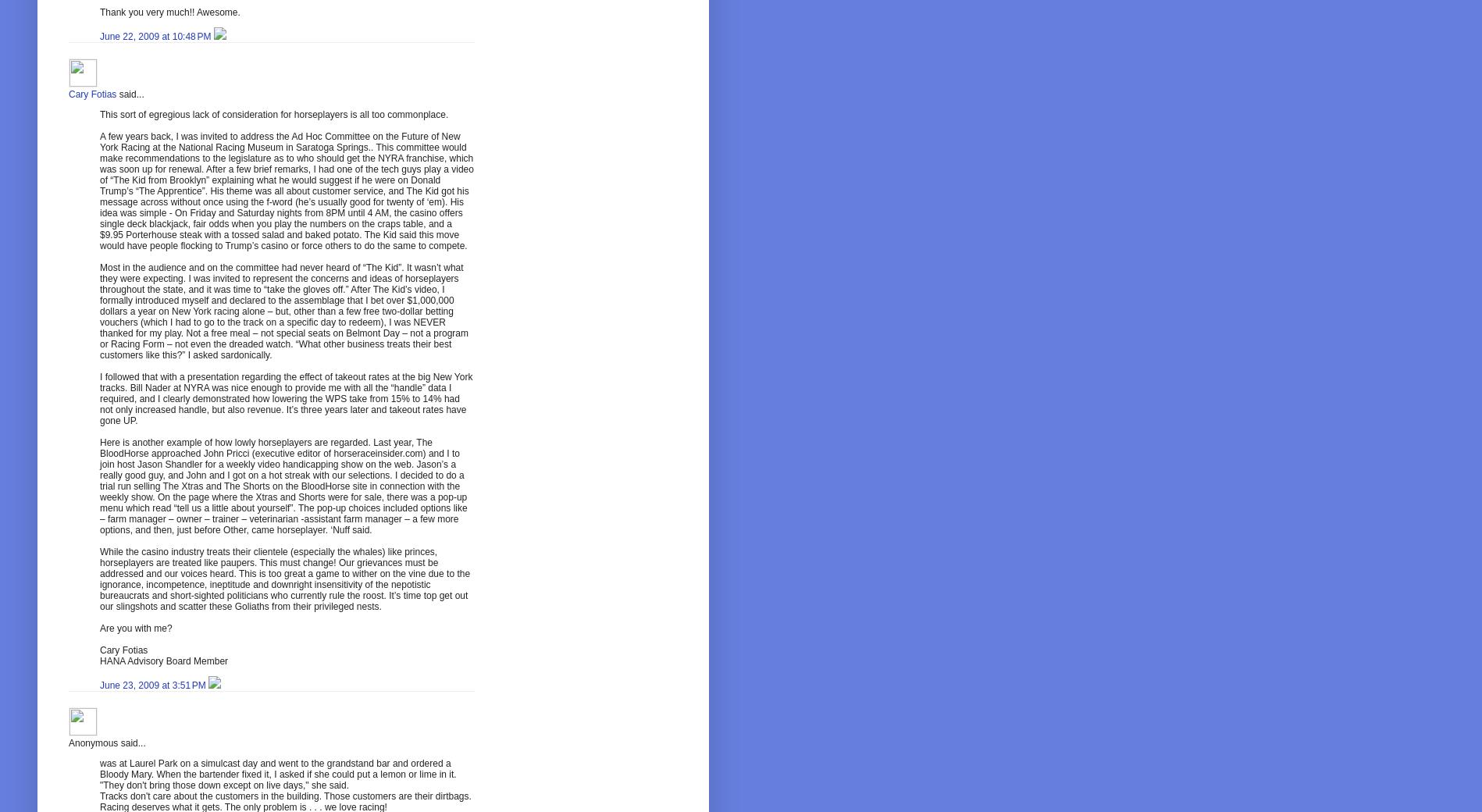 Image resolution: width=1482 pixels, height=812 pixels. What do you see at coordinates (162, 660) in the screenshot?
I see `'HANA Advisory Board Member'` at bounding box center [162, 660].